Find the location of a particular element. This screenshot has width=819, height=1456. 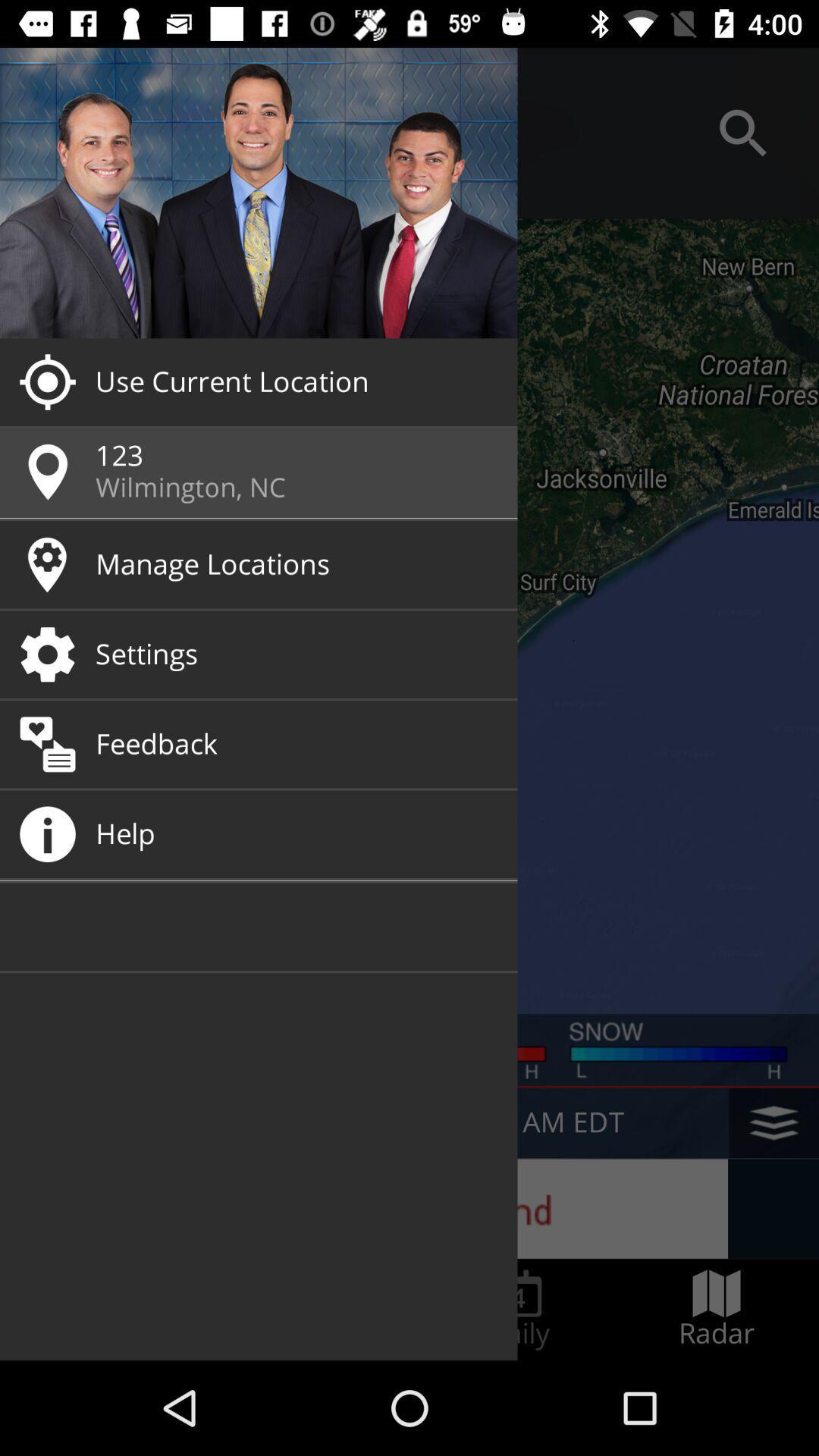

the layers icon is located at coordinates (773, 1122).